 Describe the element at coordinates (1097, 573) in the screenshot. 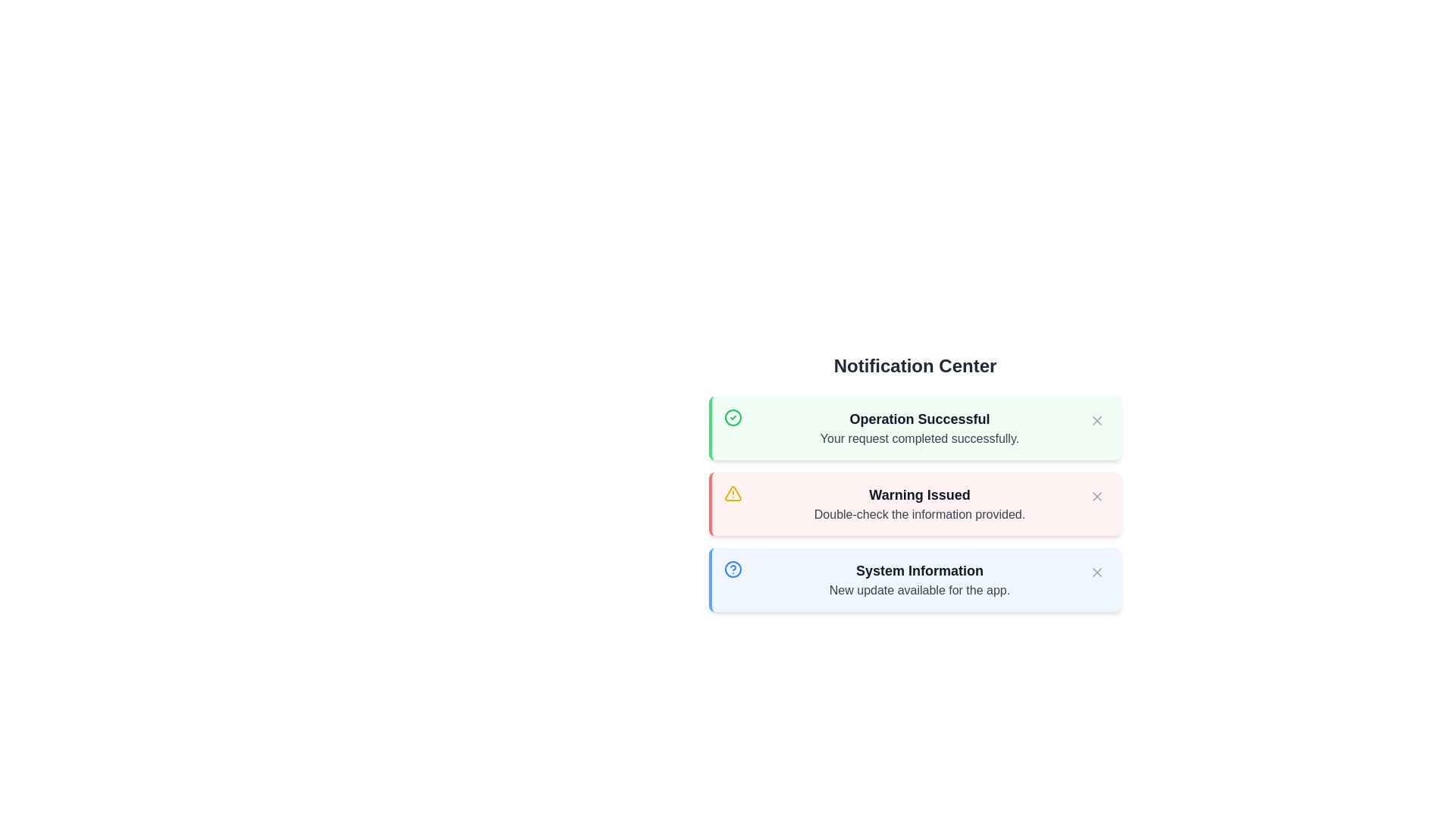

I see `the close icon (an 'x' symbol) located in the top-right corner of the third notification card labeled 'System Information'` at that location.